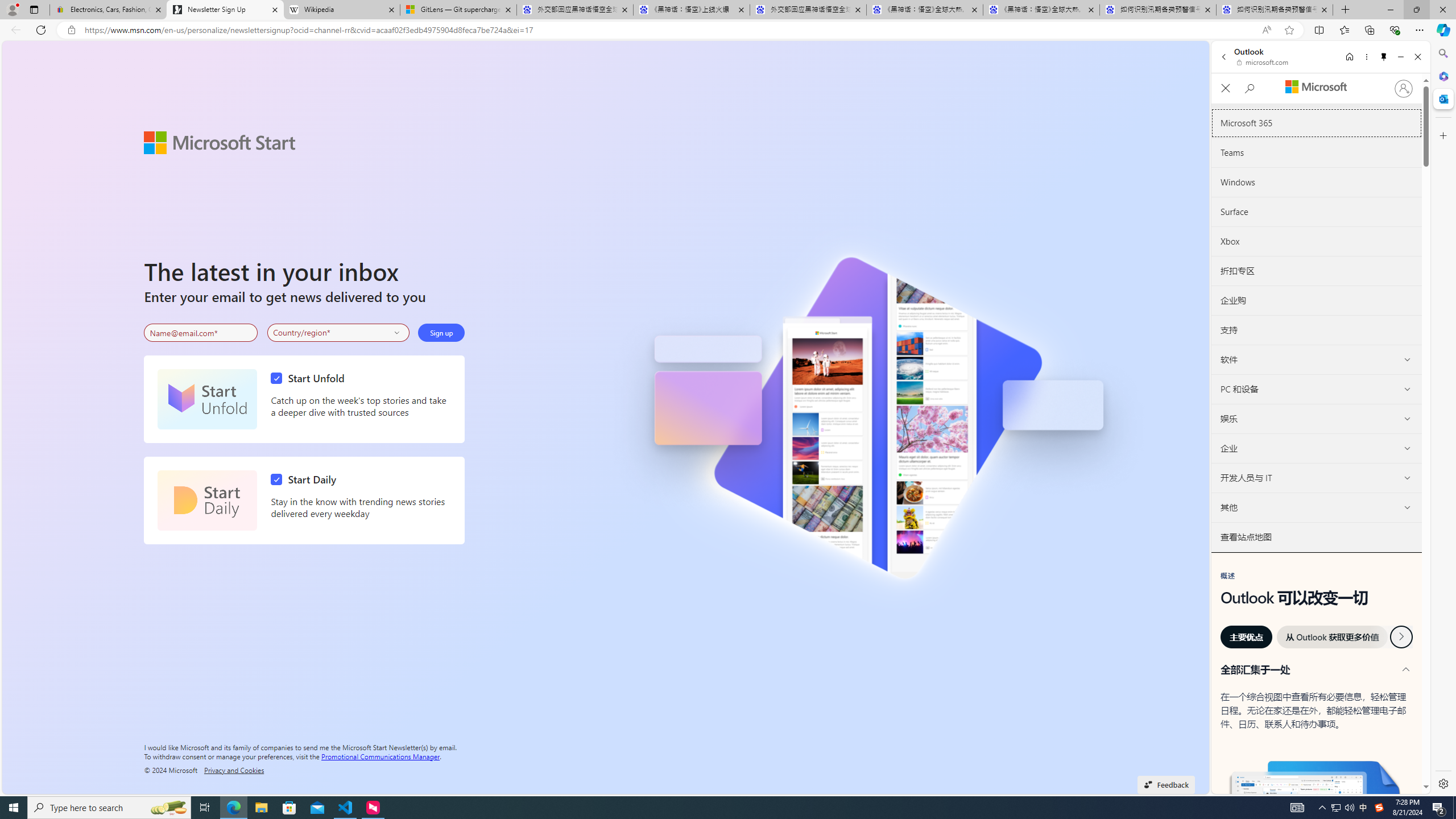  What do you see at coordinates (234, 769) in the screenshot?
I see `'Privacy and Cookies'` at bounding box center [234, 769].